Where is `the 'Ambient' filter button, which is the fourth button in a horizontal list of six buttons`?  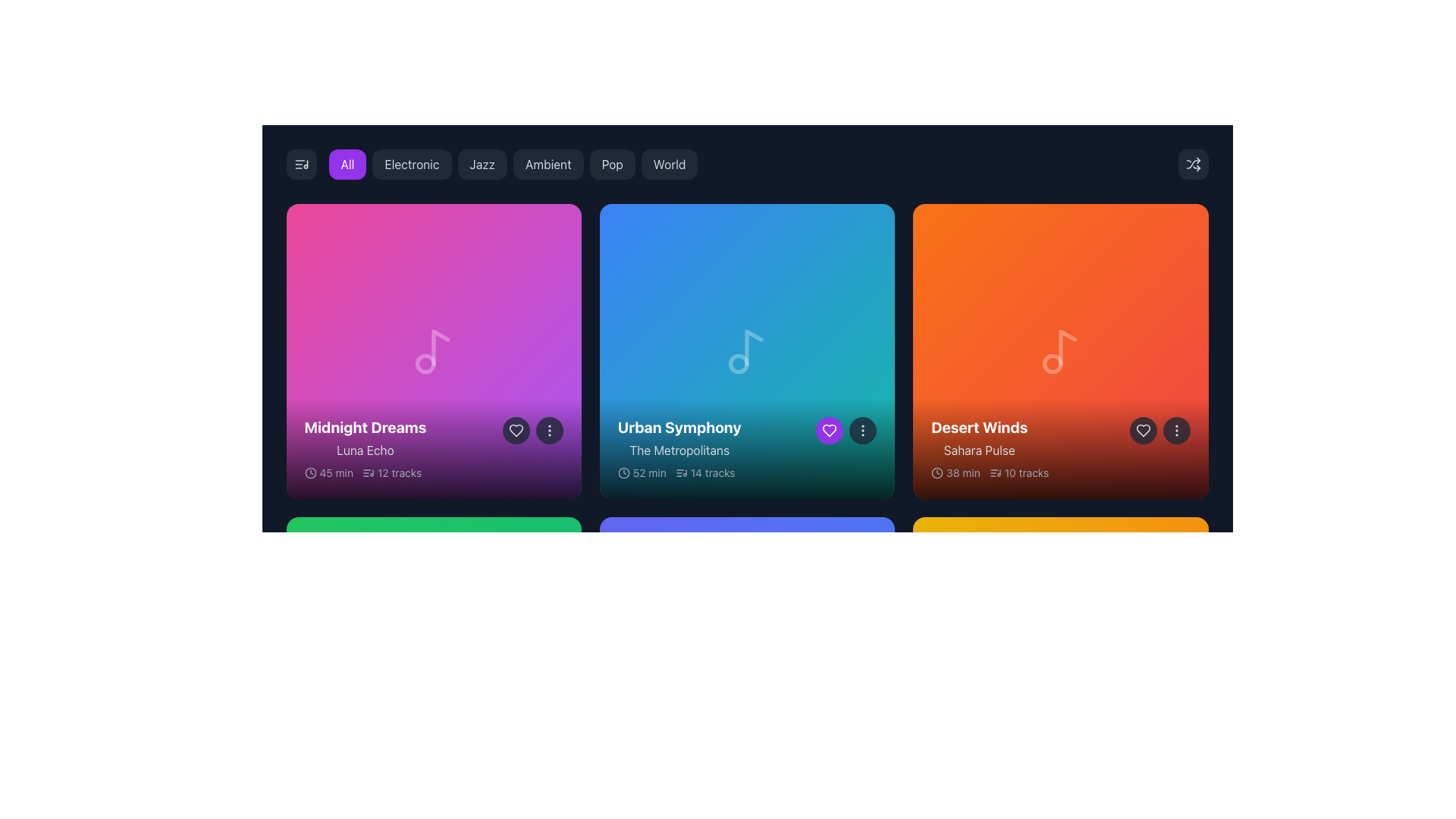 the 'Ambient' filter button, which is the fourth button in a horizontal list of six buttons is located at coordinates (548, 164).